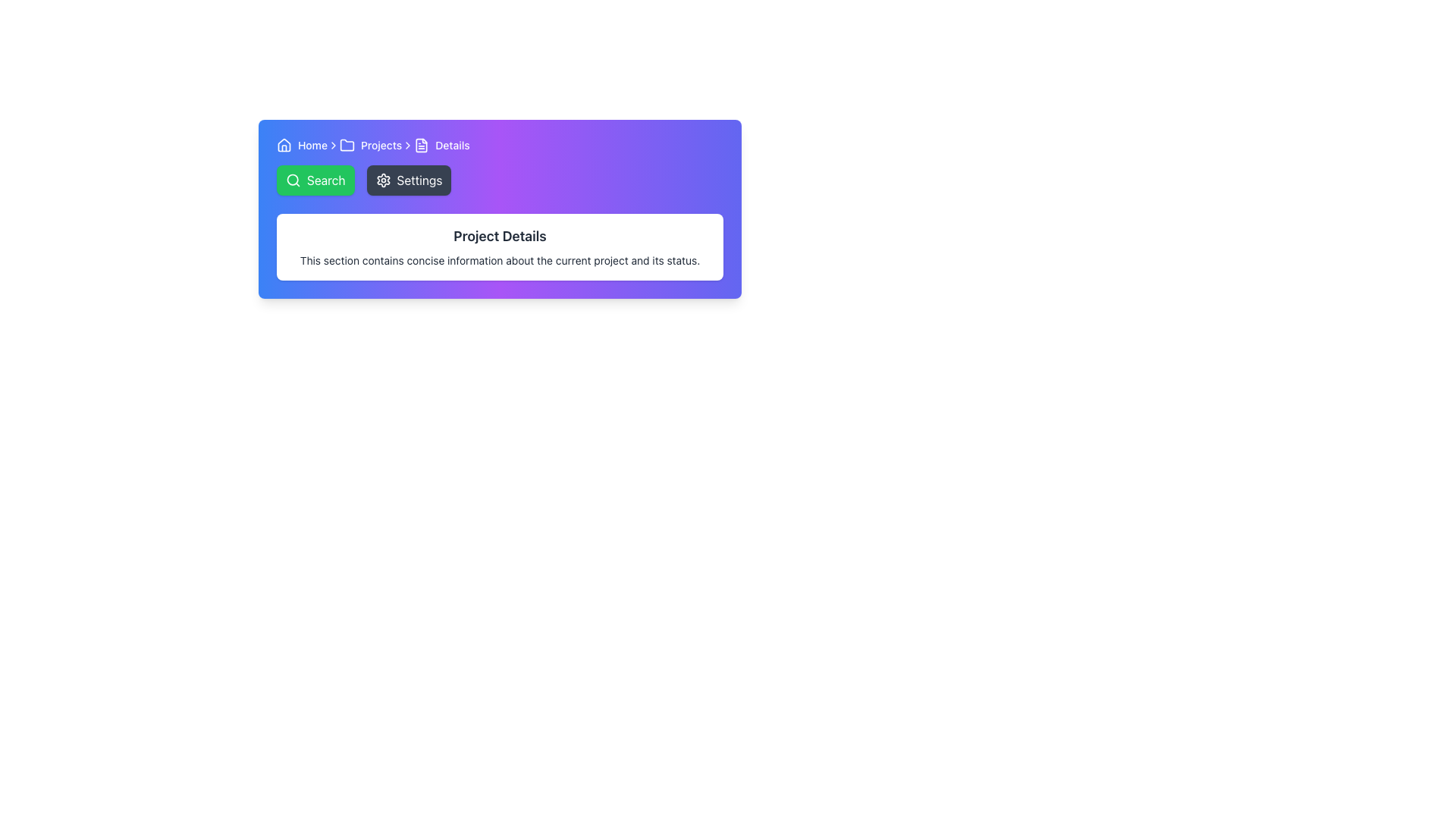 The image size is (1456, 819). I want to click on the 'Projects' breadcrumb navigation item, which features a folder-shaped icon followed by the text 'Projects', located between 'Home' and 'Details', so click(371, 146).